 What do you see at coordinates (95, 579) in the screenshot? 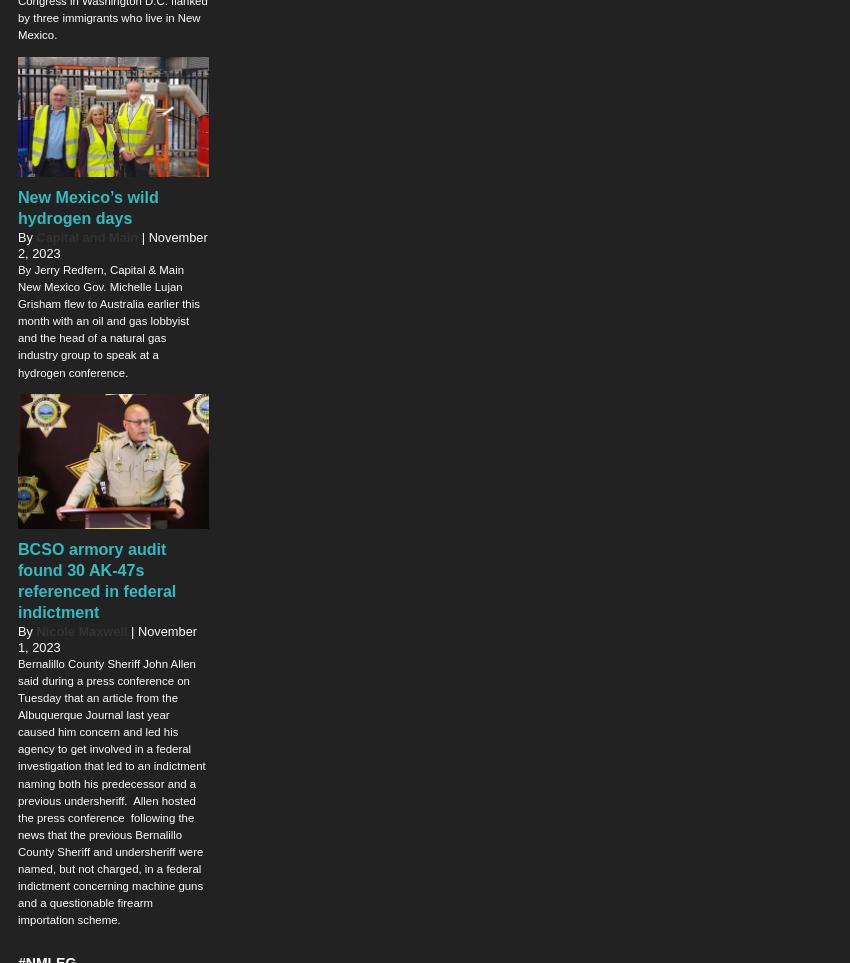
I see `'BCSO armory audit found 30 AK-47s referenced in federal indictment'` at bounding box center [95, 579].